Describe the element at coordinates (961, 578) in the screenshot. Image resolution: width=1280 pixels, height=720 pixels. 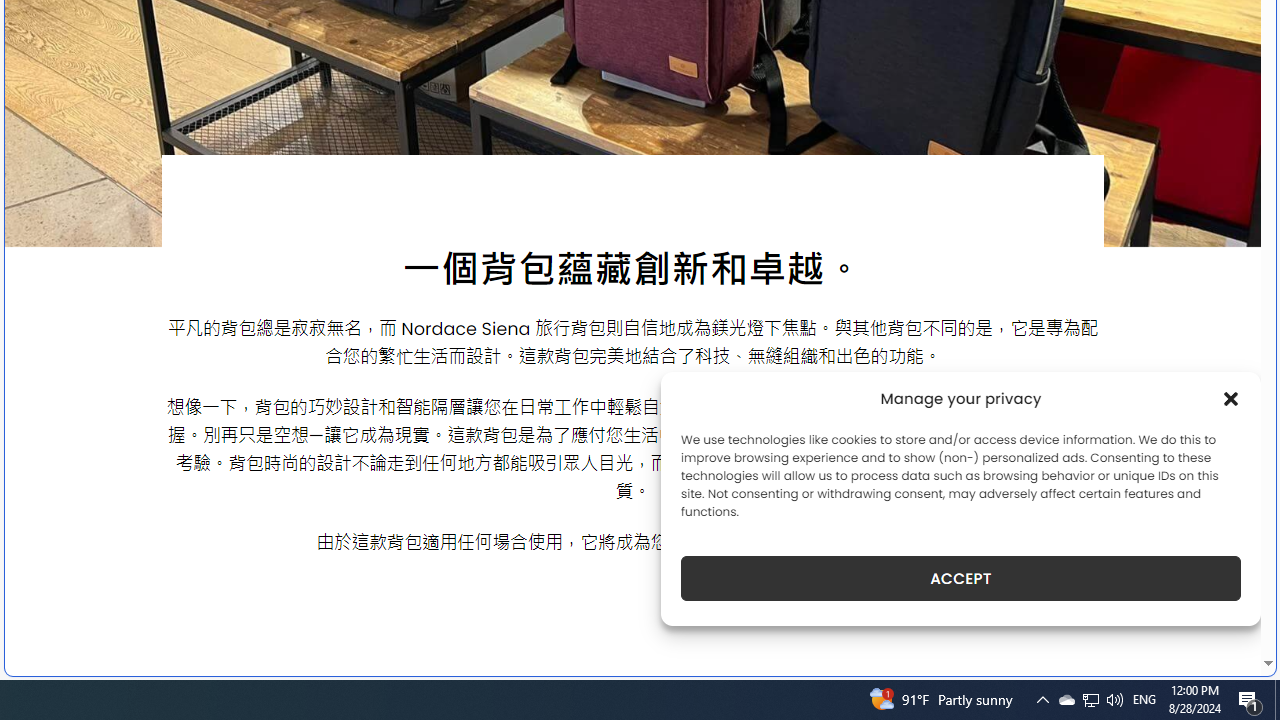
I see `'ACCEPT'` at that location.